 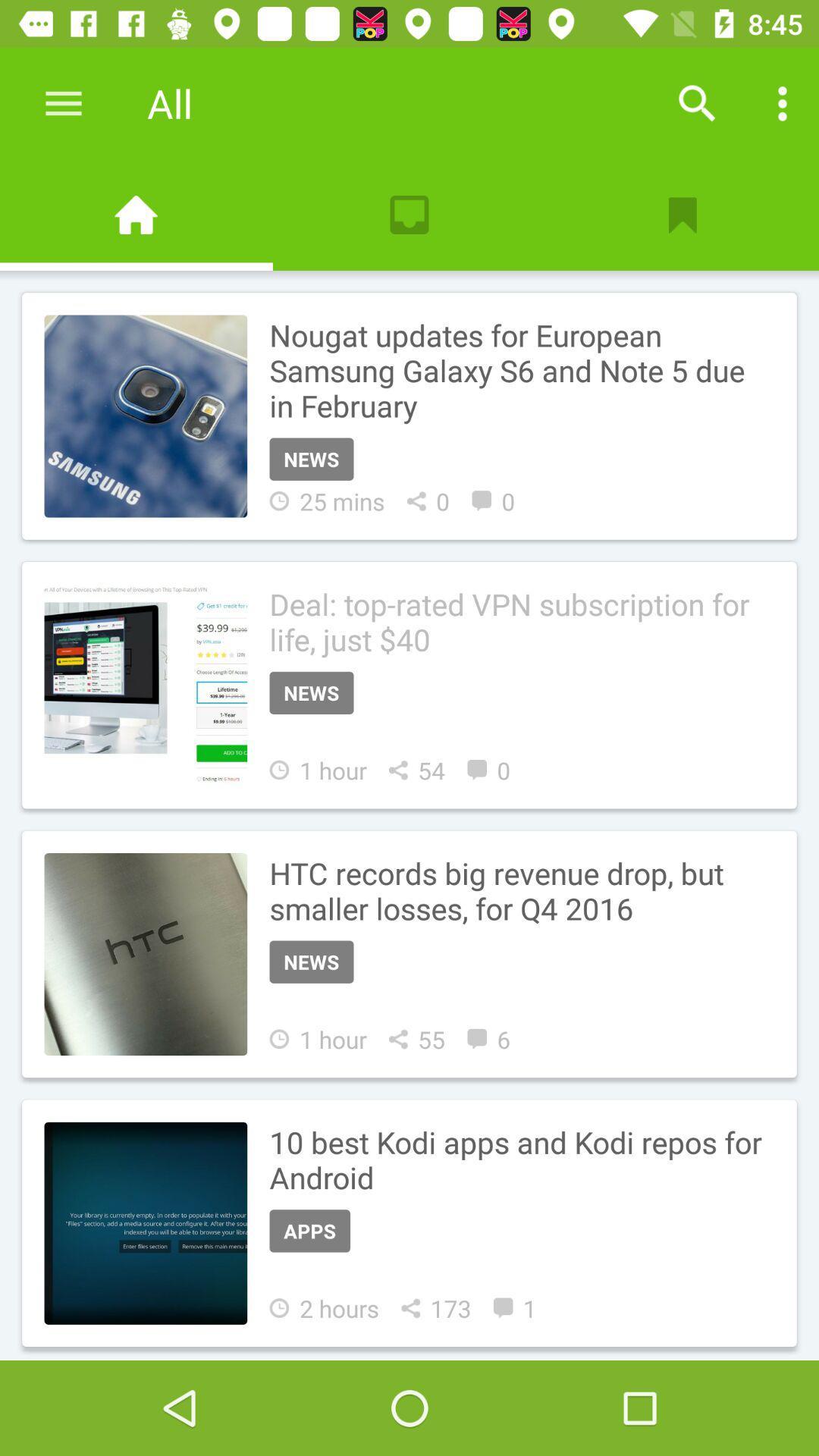 What do you see at coordinates (697, 102) in the screenshot?
I see `search button` at bounding box center [697, 102].